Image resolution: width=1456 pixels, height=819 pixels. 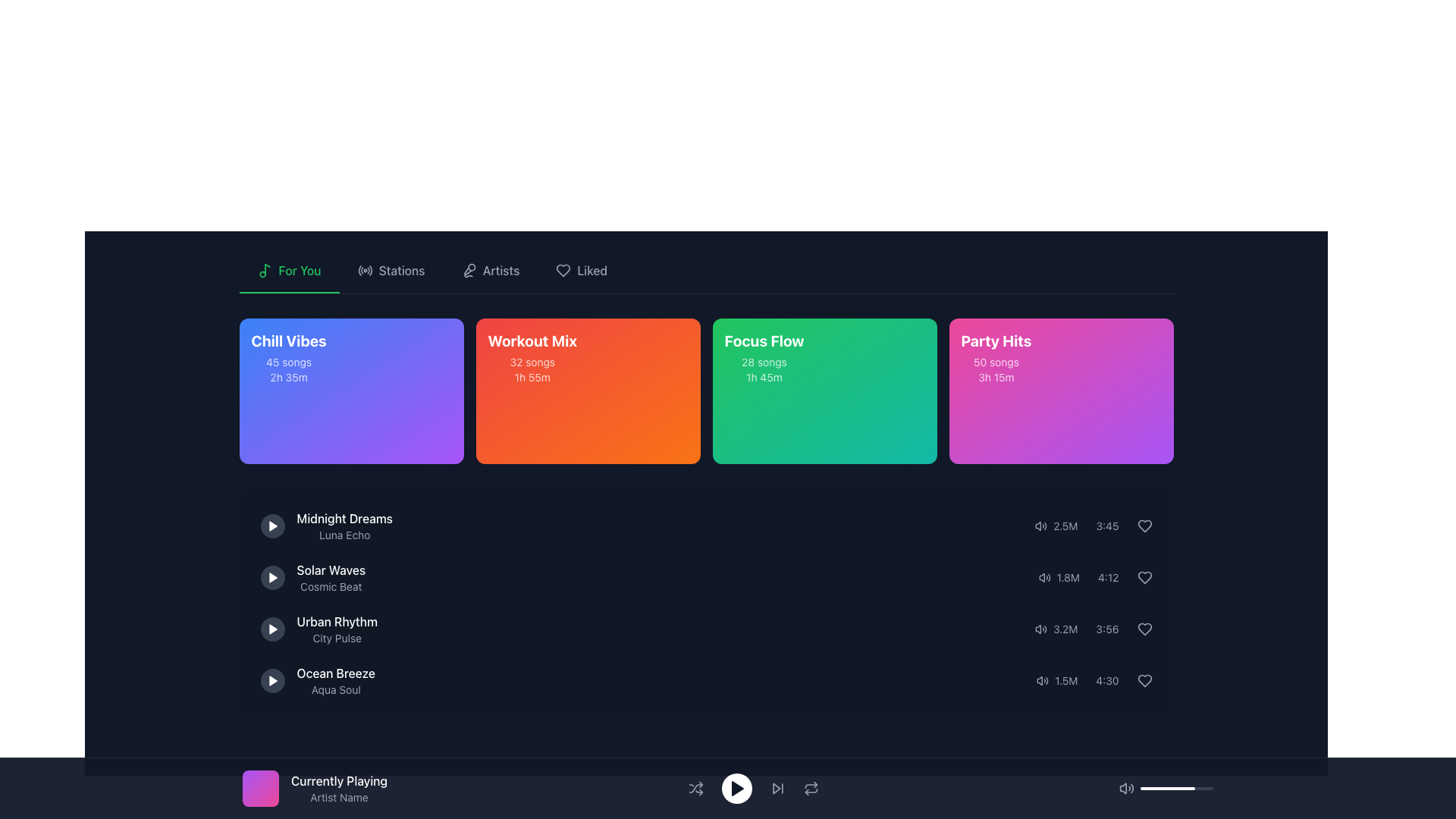 I want to click on the play button located to the left of the text 'Midnight Dreams', so click(x=272, y=526).